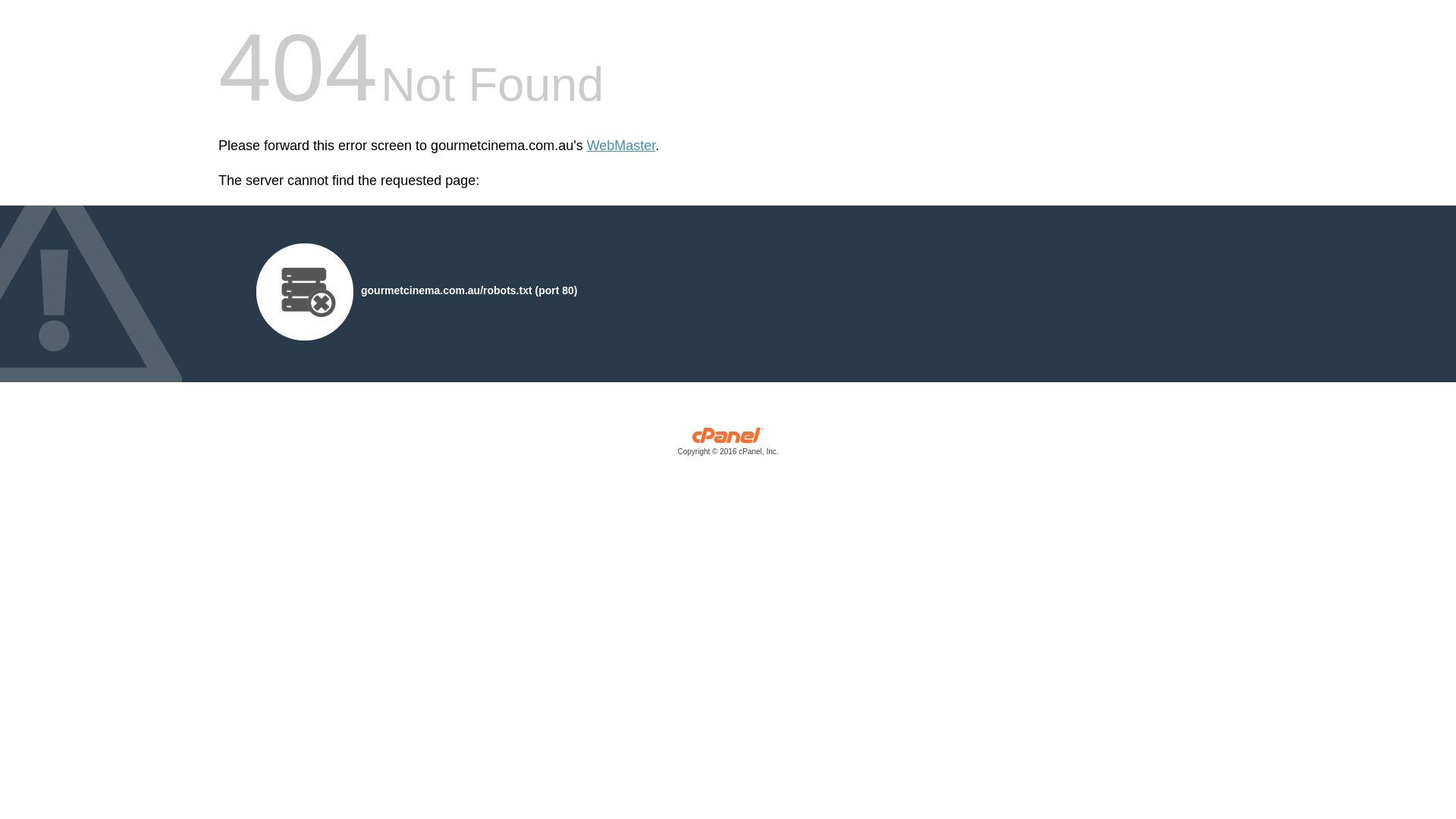 The width and height of the screenshot is (1456, 819). Describe the element at coordinates (585, 146) in the screenshot. I see `'WebMaster'` at that location.